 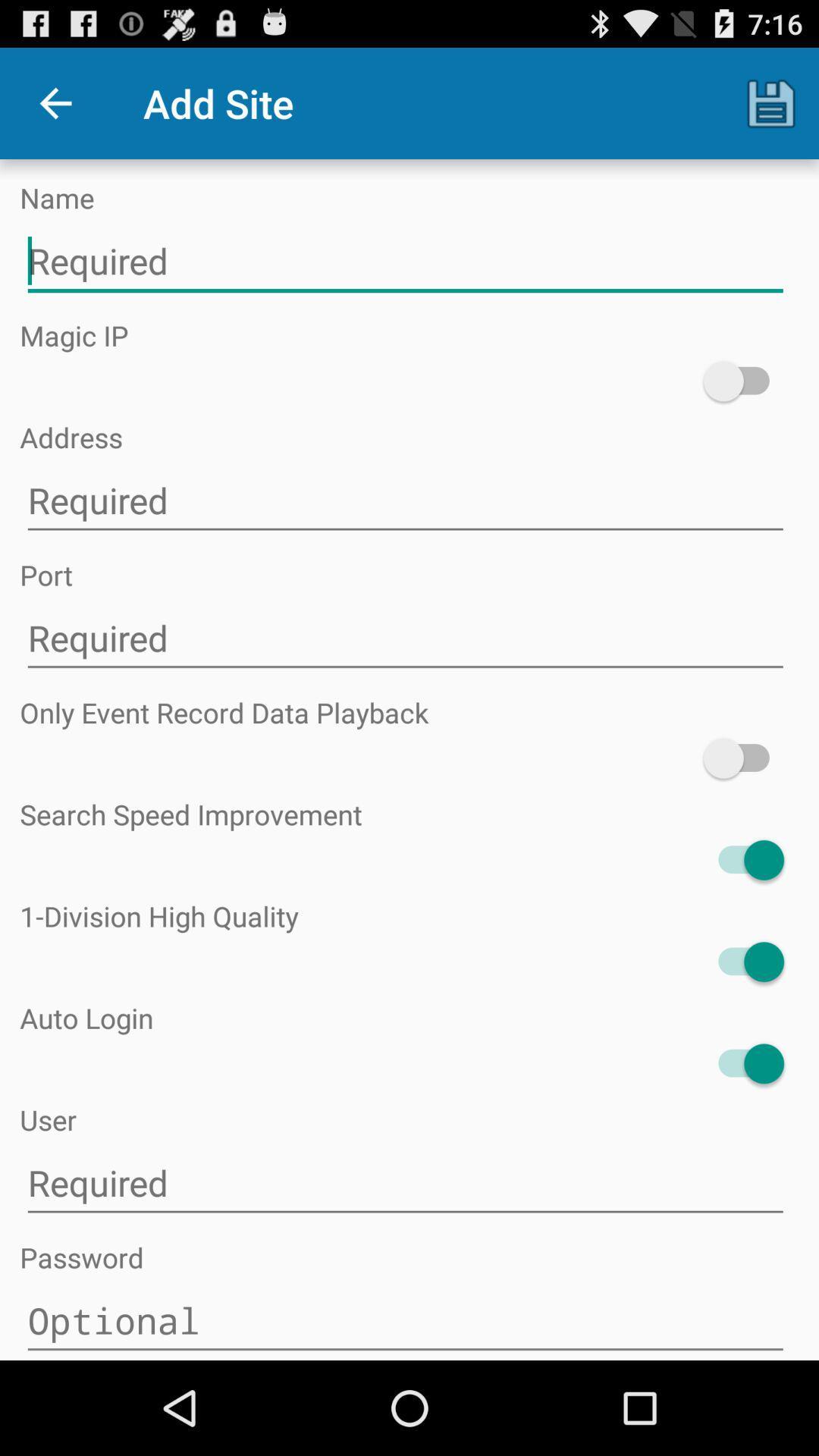 What do you see at coordinates (771, 102) in the screenshot?
I see `the item next to the add site item` at bounding box center [771, 102].